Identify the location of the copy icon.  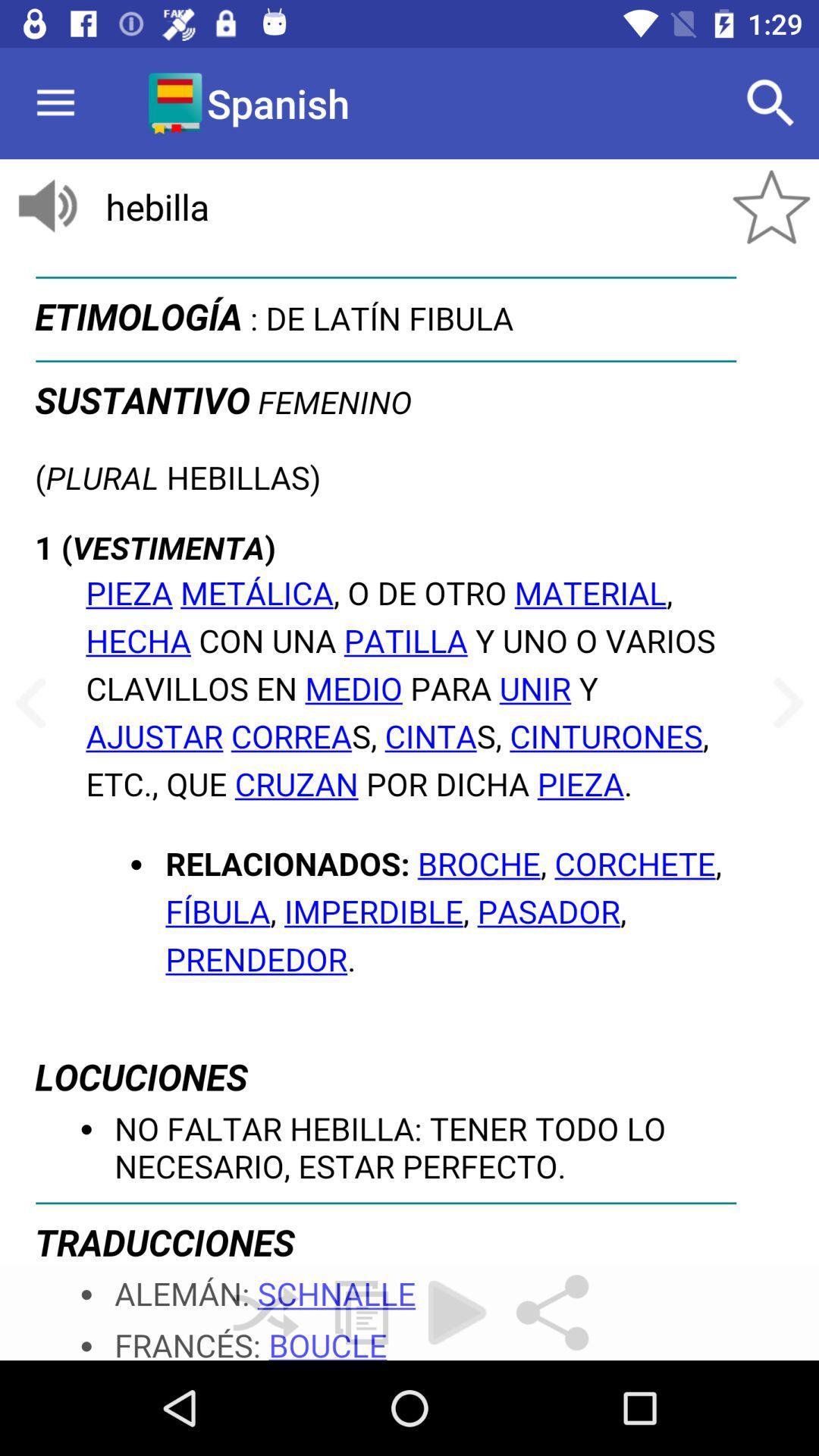
(362, 1312).